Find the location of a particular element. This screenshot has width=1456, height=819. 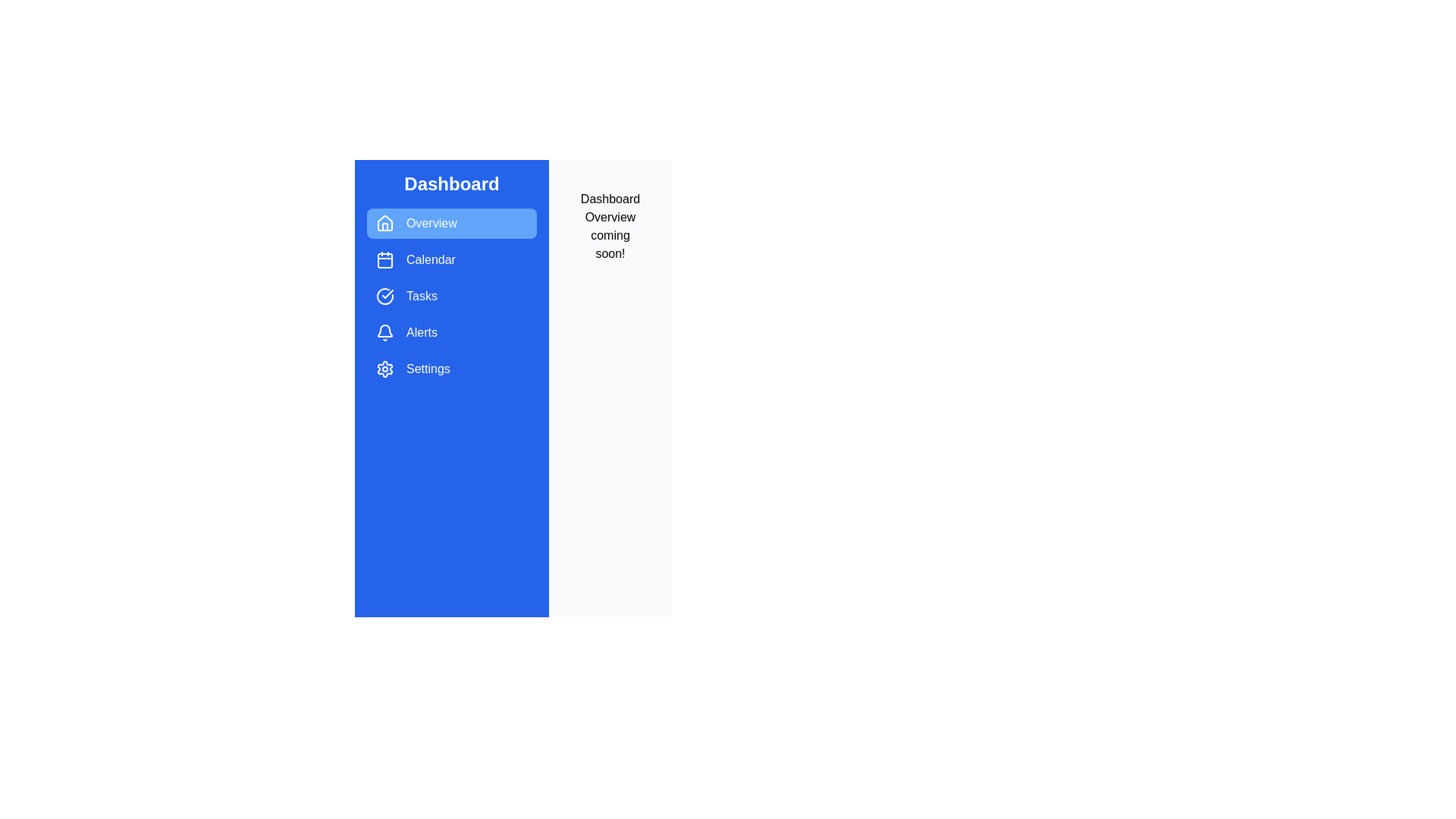

the 'Tasks' button with a blue background in the navigation menu, which is the third button below 'Calendar' and above 'Alerts', to trigger hover effects is located at coordinates (450, 296).